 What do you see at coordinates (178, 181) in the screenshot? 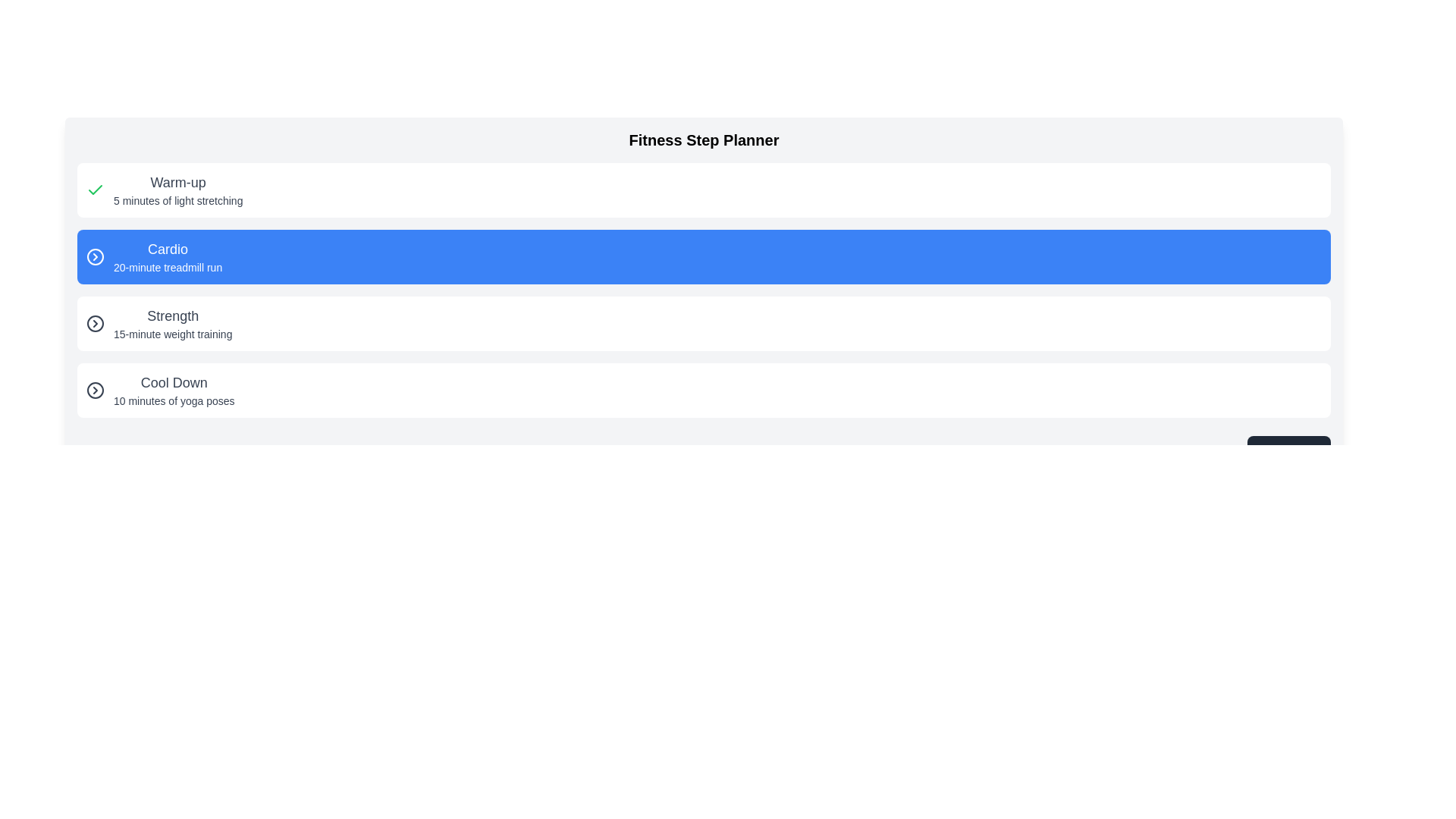
I see `the Text label or heading that provides the title for the 'Warm-up' activity, positioned at the top left of the interface` at bounding box center [178, 181].